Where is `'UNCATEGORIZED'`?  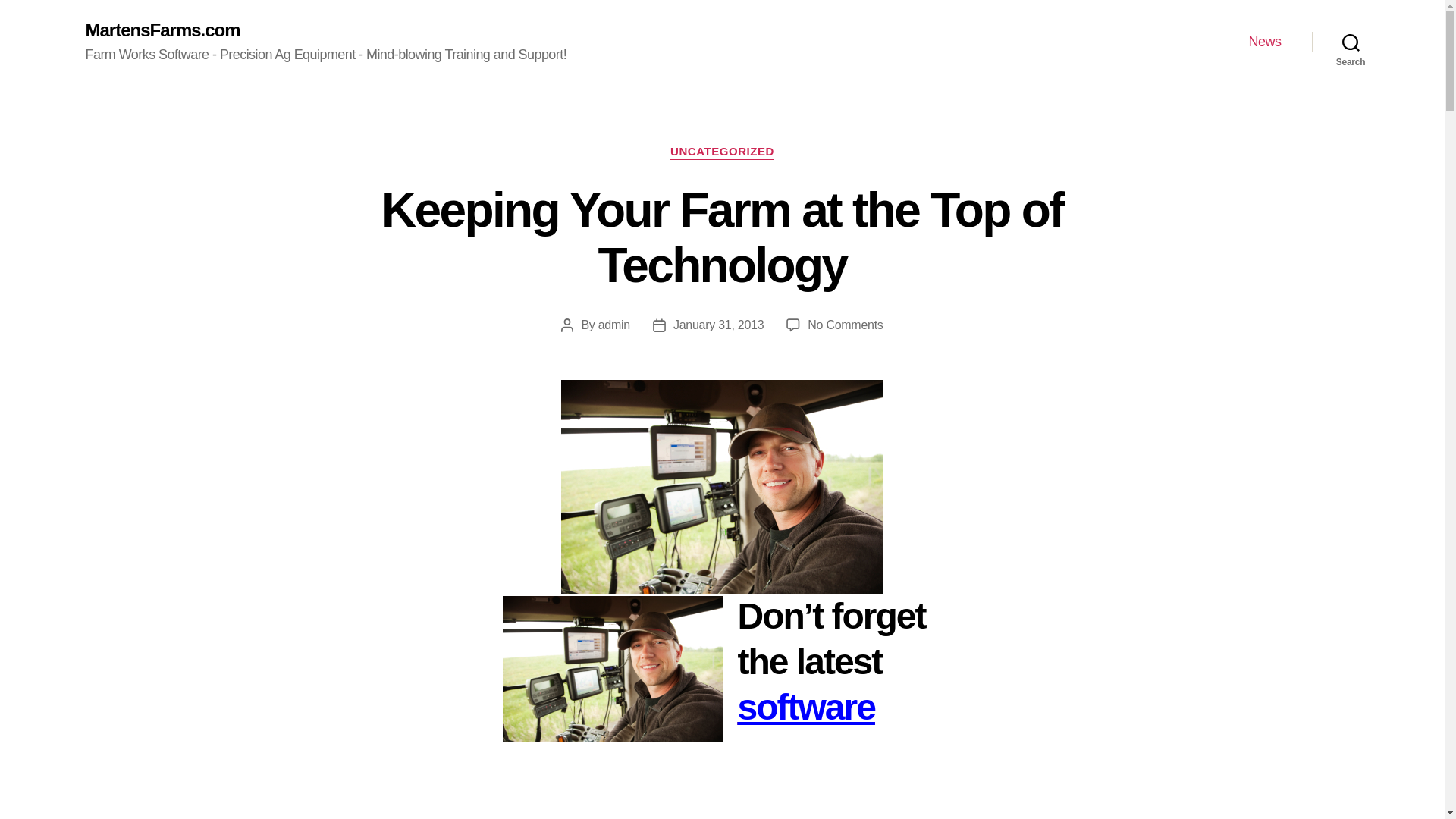 'UNCATEGORIZED' is located at coordinates (721, 152).